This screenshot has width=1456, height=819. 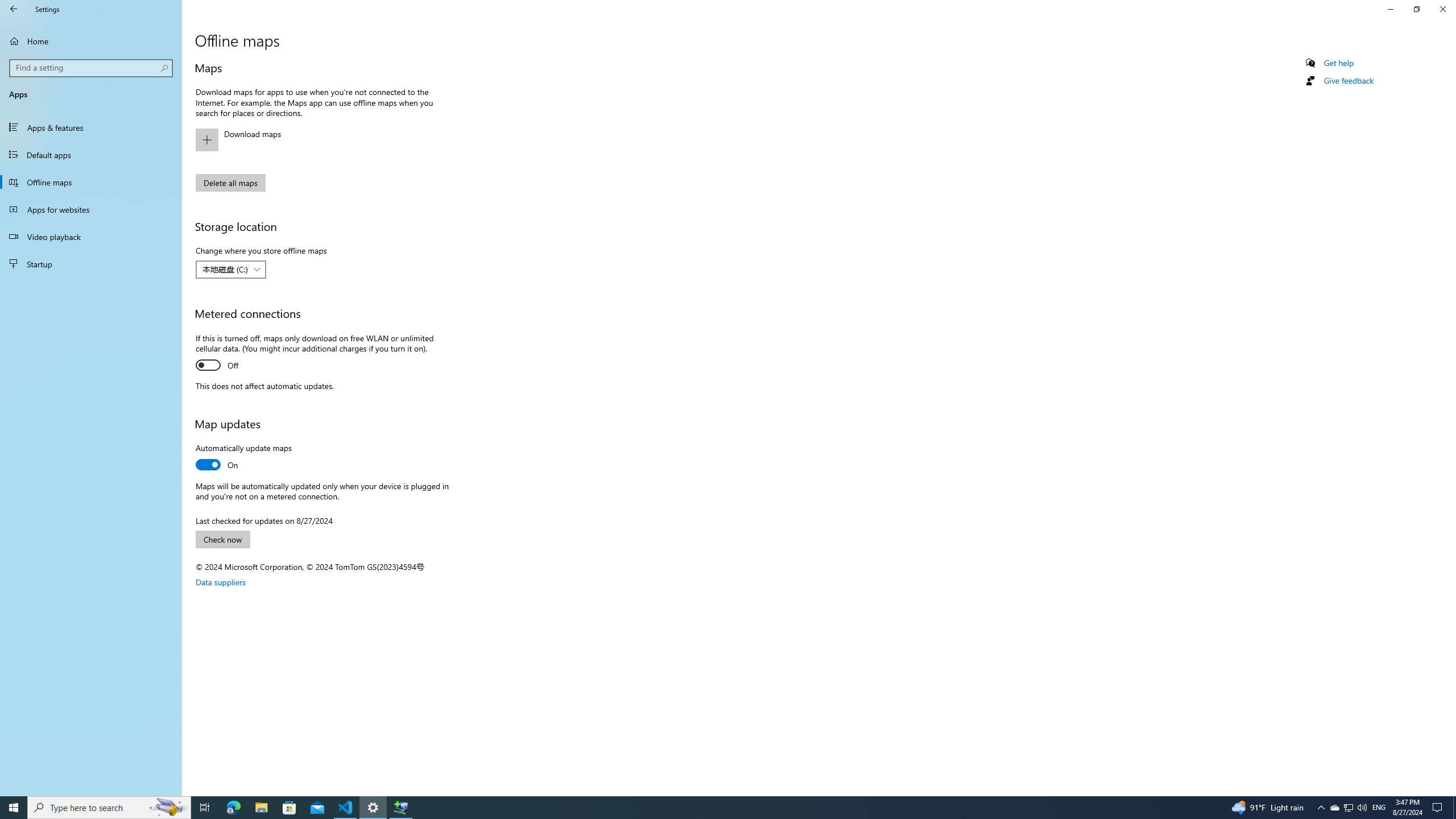 What do you see at coordinates (318, 139) in the screenshot?
I see `'Download maps'` at bounding box center [318, 139].